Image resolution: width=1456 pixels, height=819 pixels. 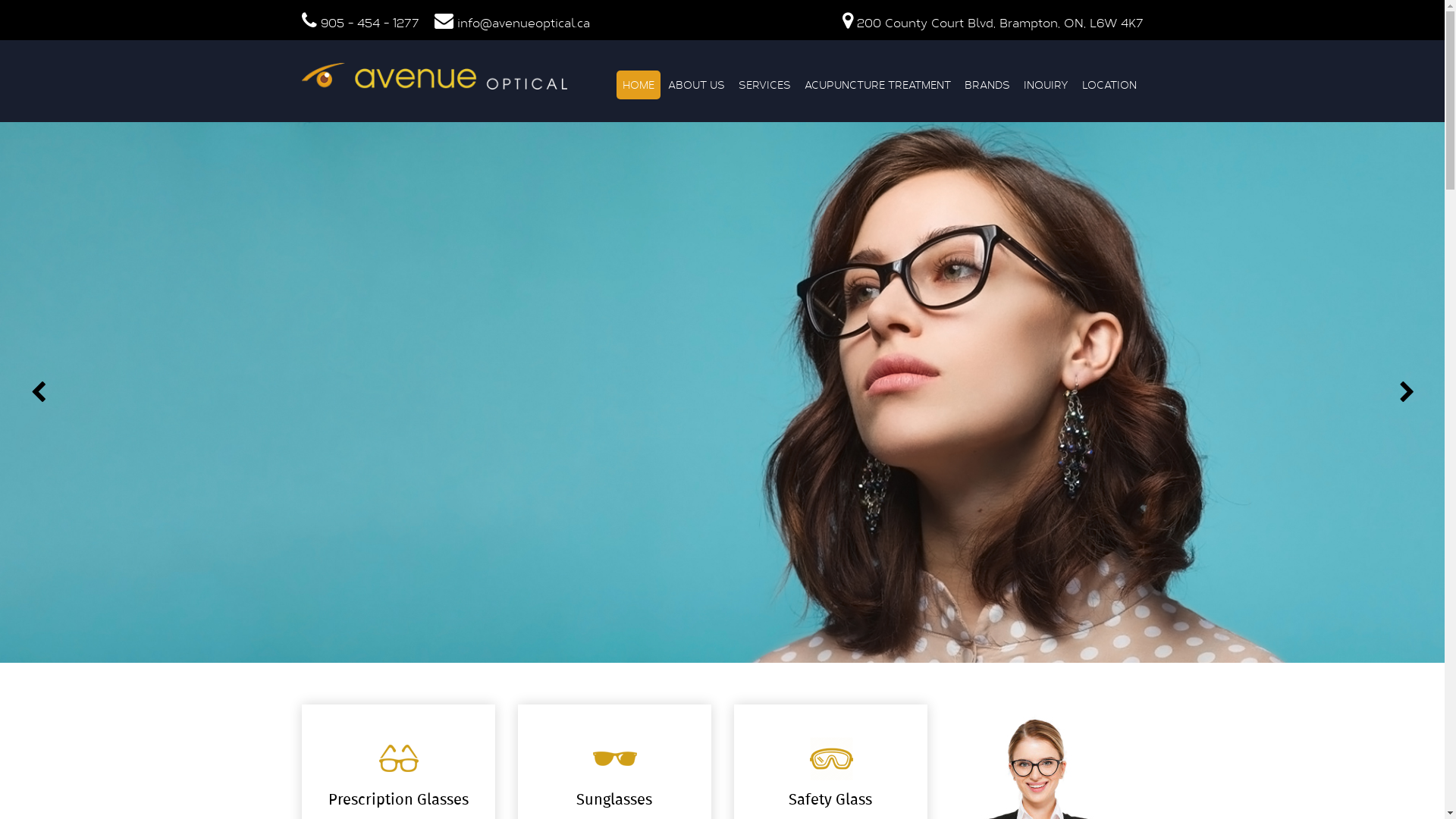 What do you see at coordinates (732, 84) in the screenshot?
I see `'SERVICES'` at bounding box center [732, 84].